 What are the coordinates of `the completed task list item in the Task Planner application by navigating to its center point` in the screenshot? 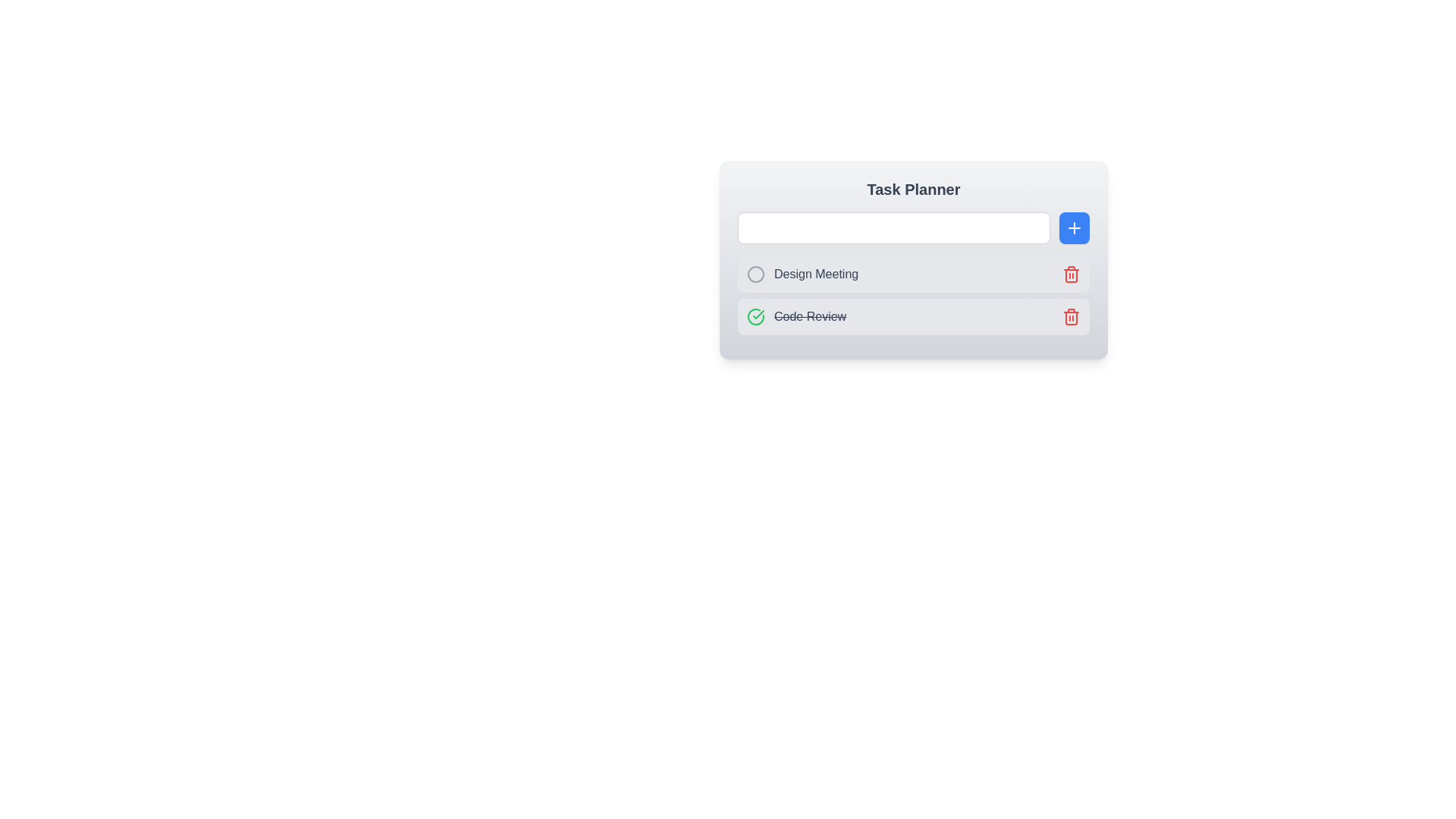 It's located at (912, 315).